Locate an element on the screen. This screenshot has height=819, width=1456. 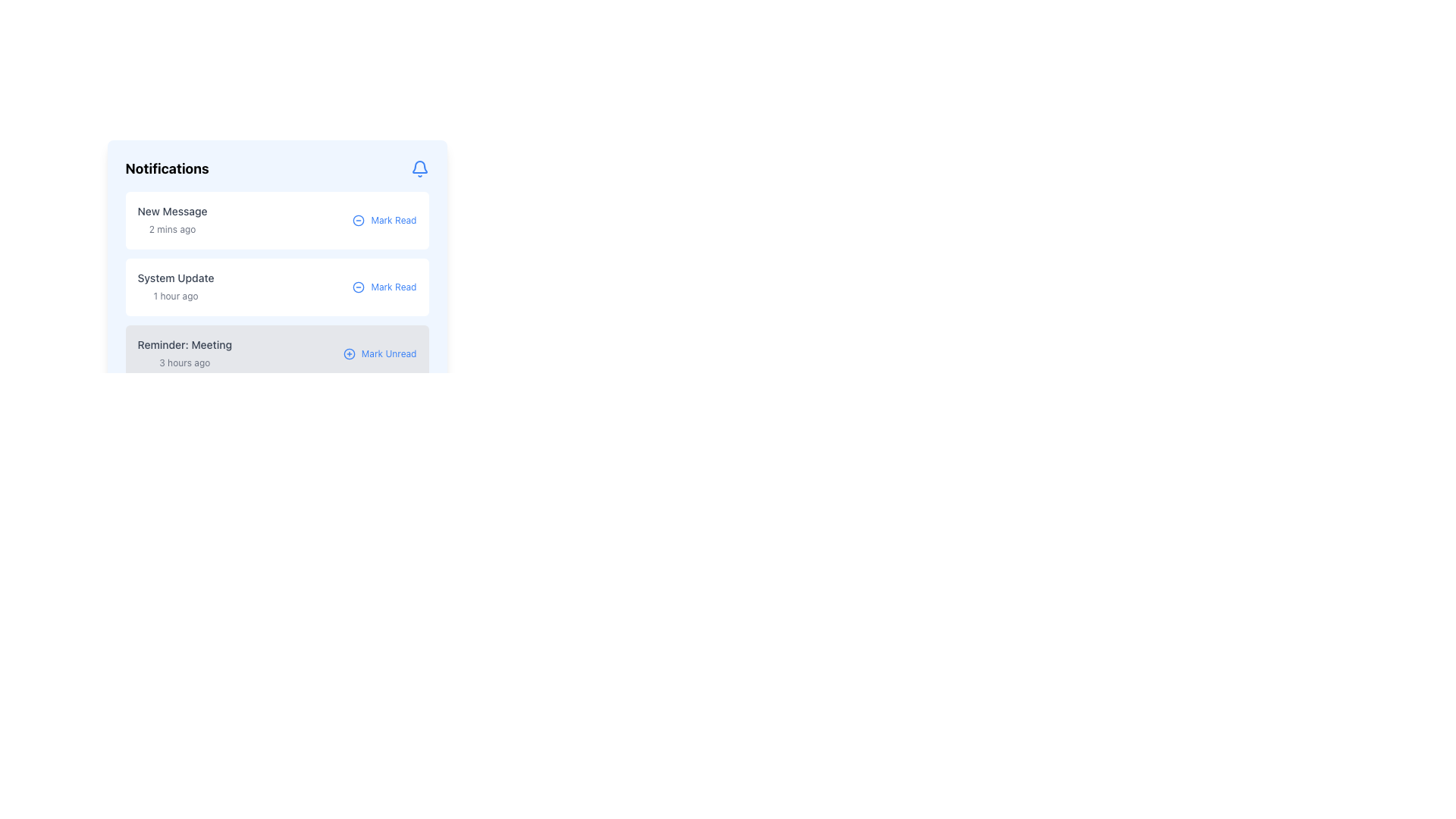
the third notification entry in the notifications list that displays a meeting reminder that occurred 3 hours ago is located at coordinates (184, 353).